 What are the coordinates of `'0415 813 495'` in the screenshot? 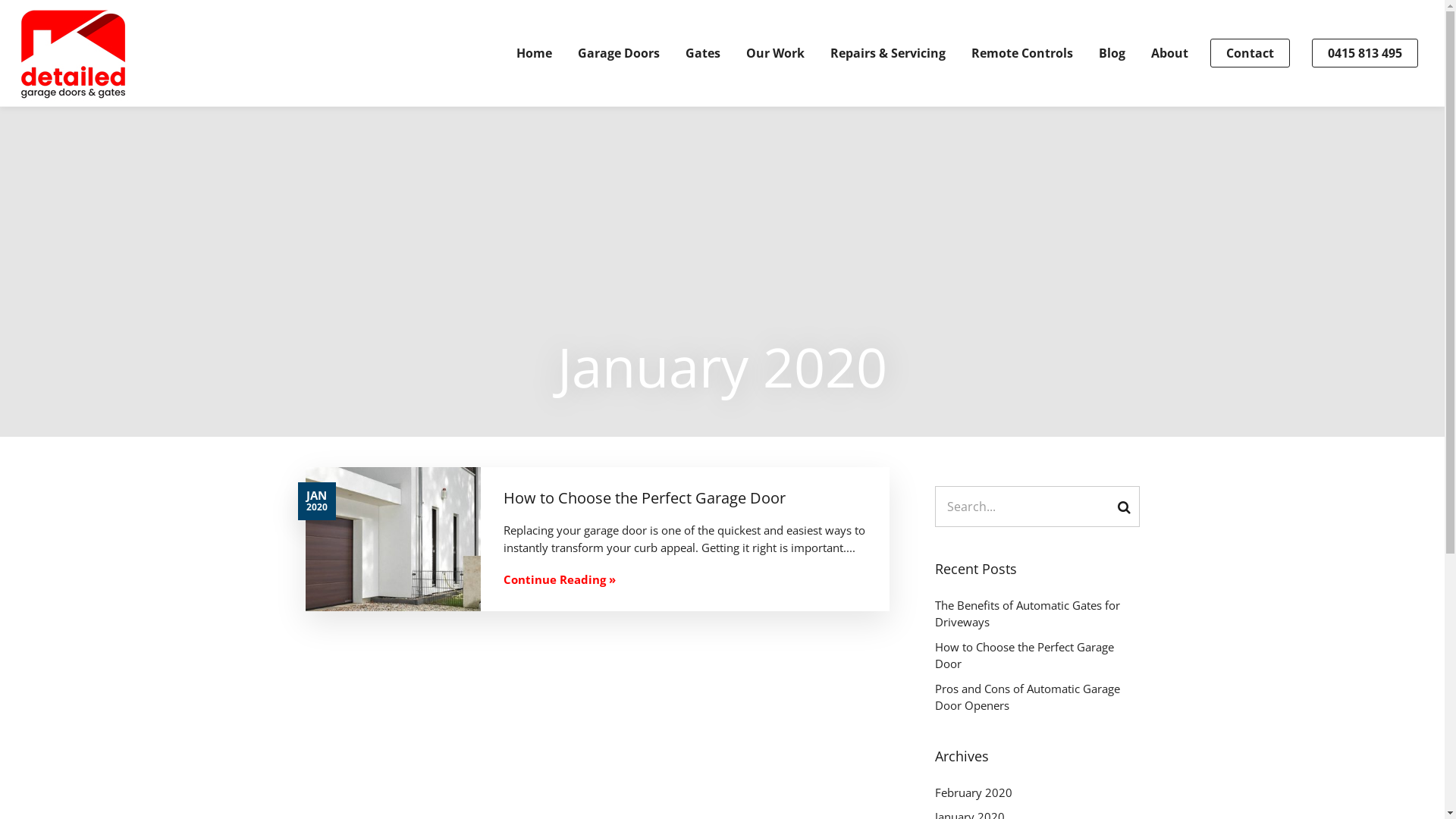 It's located at (1310, 52).